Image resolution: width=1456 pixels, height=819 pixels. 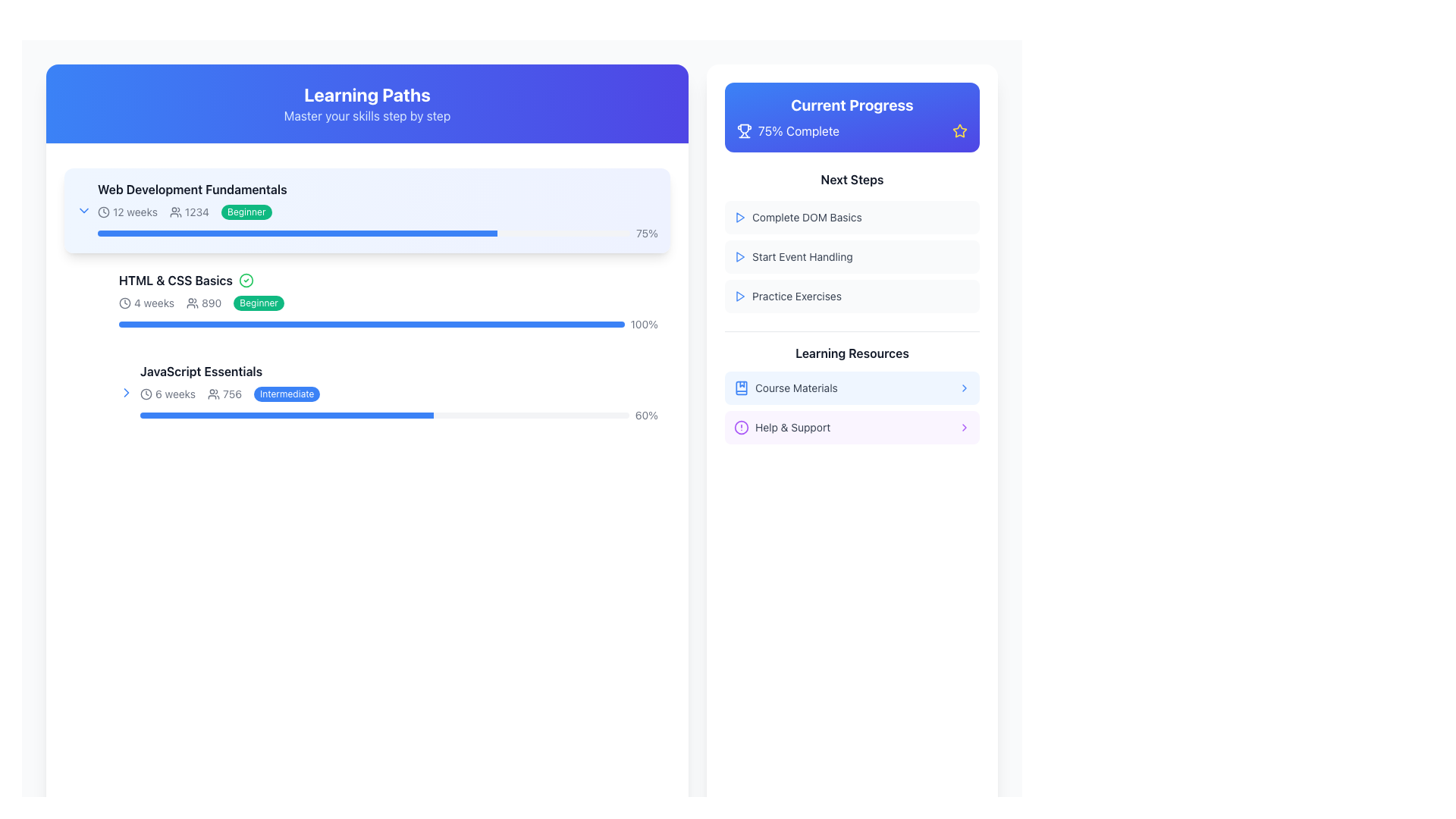 What do you see at coordinates (399, 415) in the screenshot?
I see `the progress bar indicating the completion percentage of the 'JavaScript Essentials' course, located beneath the '6 weeks', '756', and 'Intermediate' labels` at bounding box center [399, 415].